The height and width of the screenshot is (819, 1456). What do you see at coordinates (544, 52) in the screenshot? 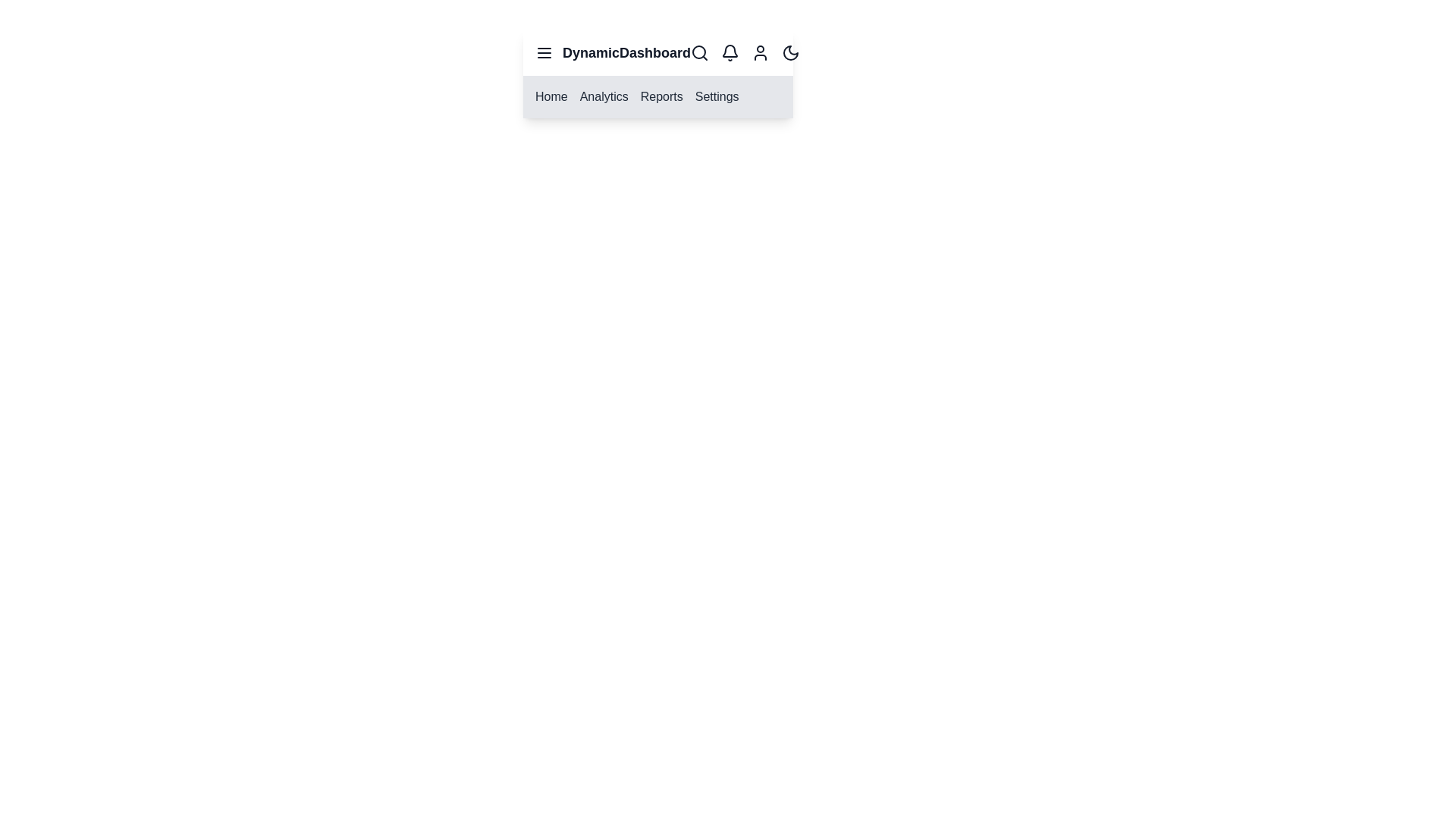
I see `the menu button to toggle the side menu visibility` at bounding box center [544, 52].